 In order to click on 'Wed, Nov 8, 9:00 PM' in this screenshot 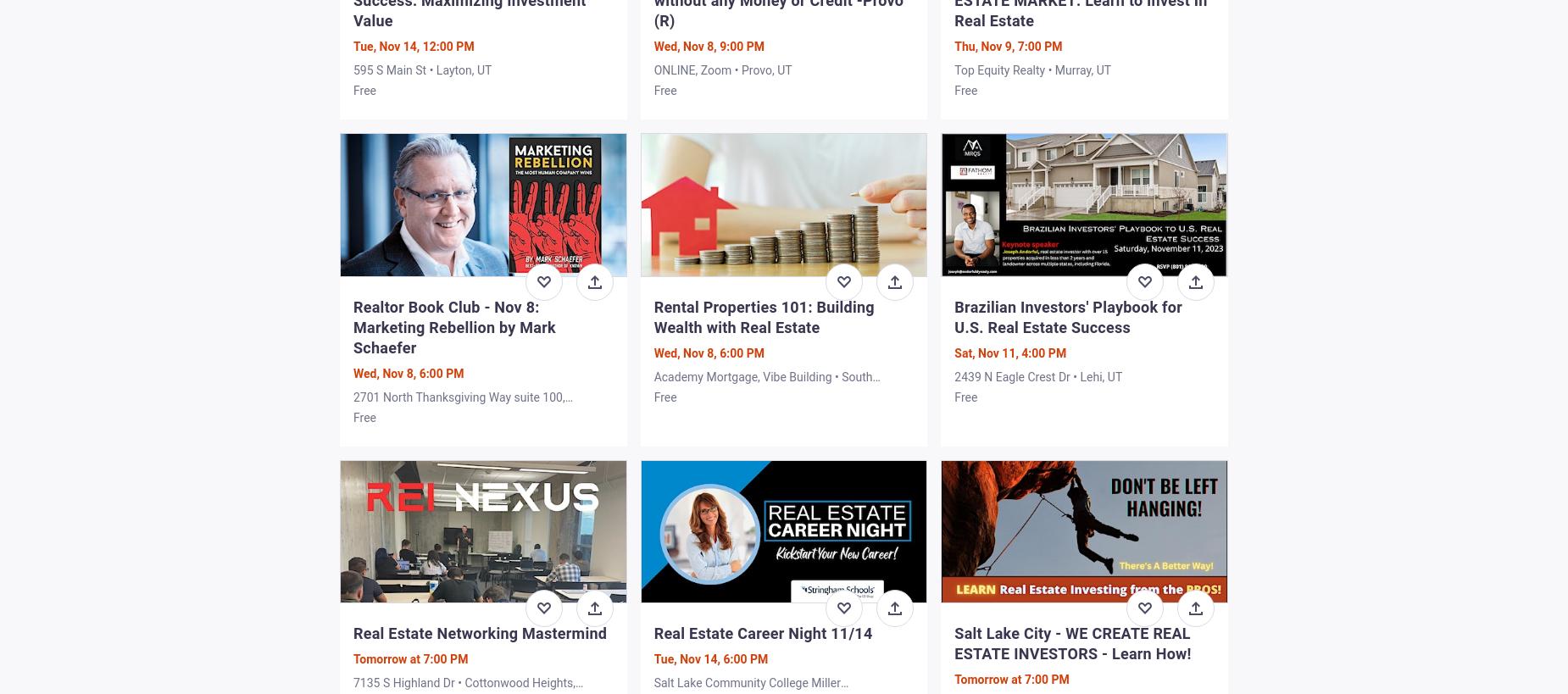, I will do `click(709, 46)`.